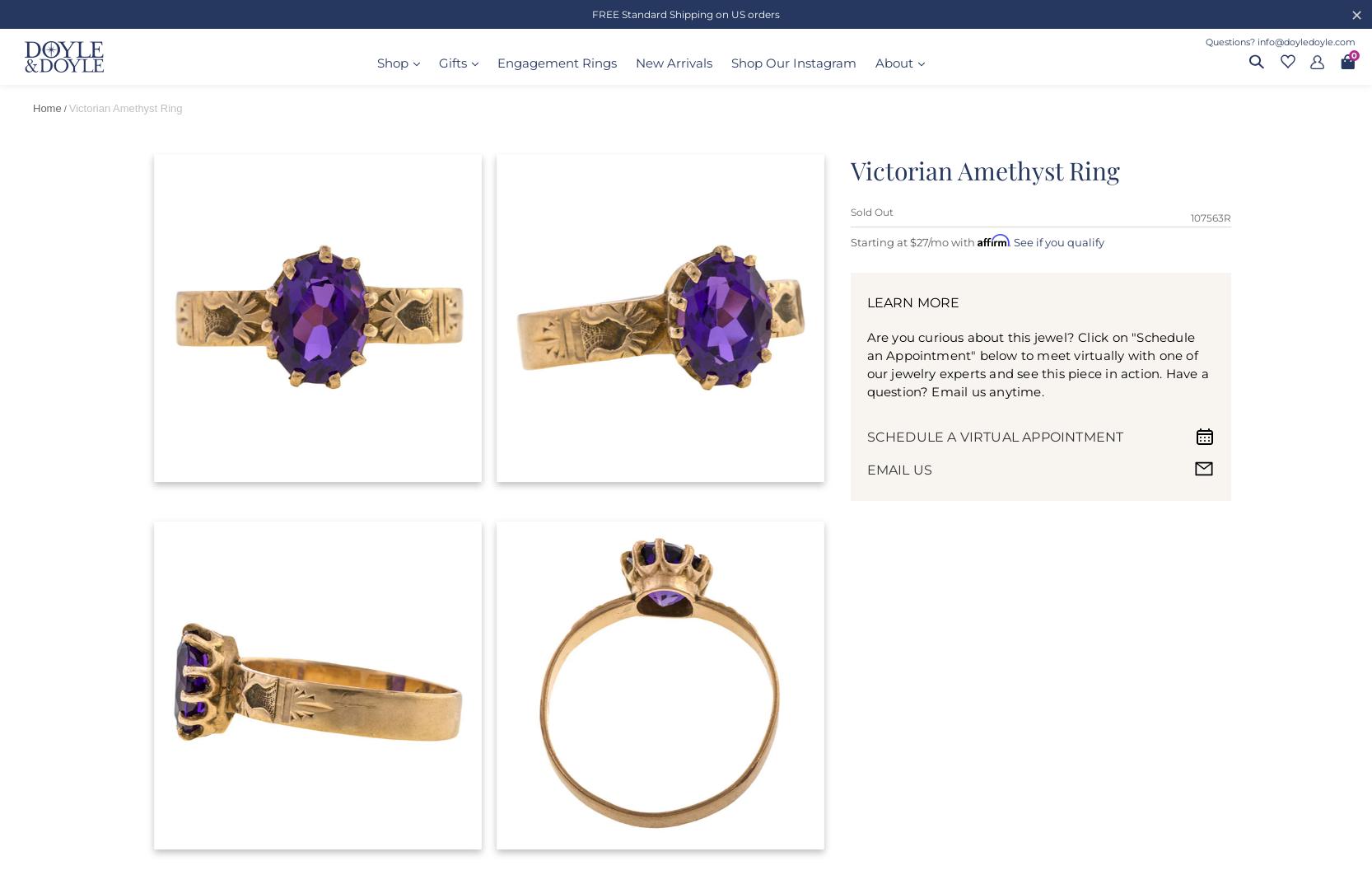 This screenshot has width=1372, height=889. Describe the element at coordinates (912, 302) in the screenshot. I see `'LEARN MORE'` at that location.